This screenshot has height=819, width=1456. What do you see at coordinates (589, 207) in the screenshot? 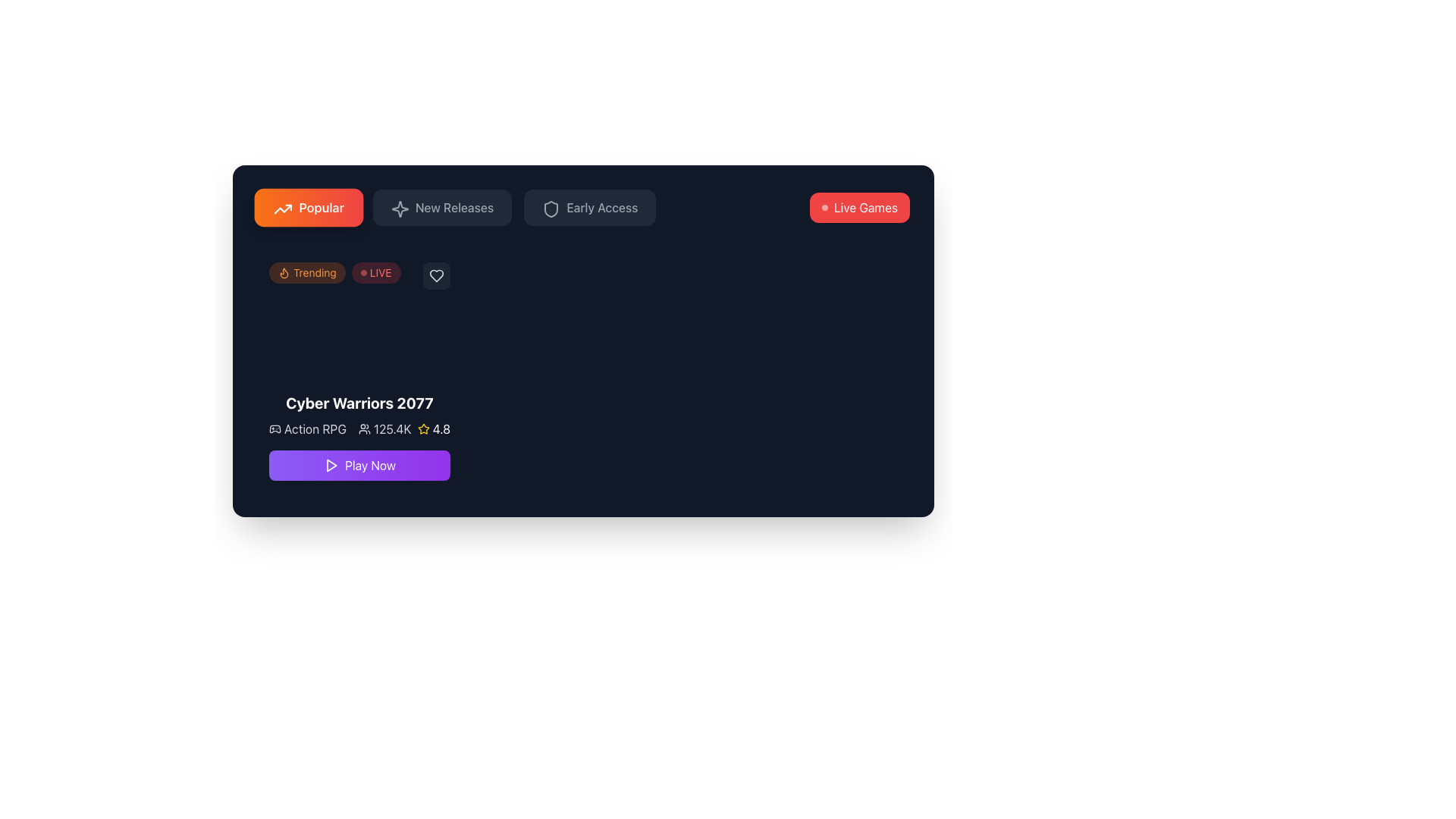
I see `the 'Early Access' button with rounded corners that has a dark gray background and light gray text, located in the top section of the page` at bounding box center [589, 207].